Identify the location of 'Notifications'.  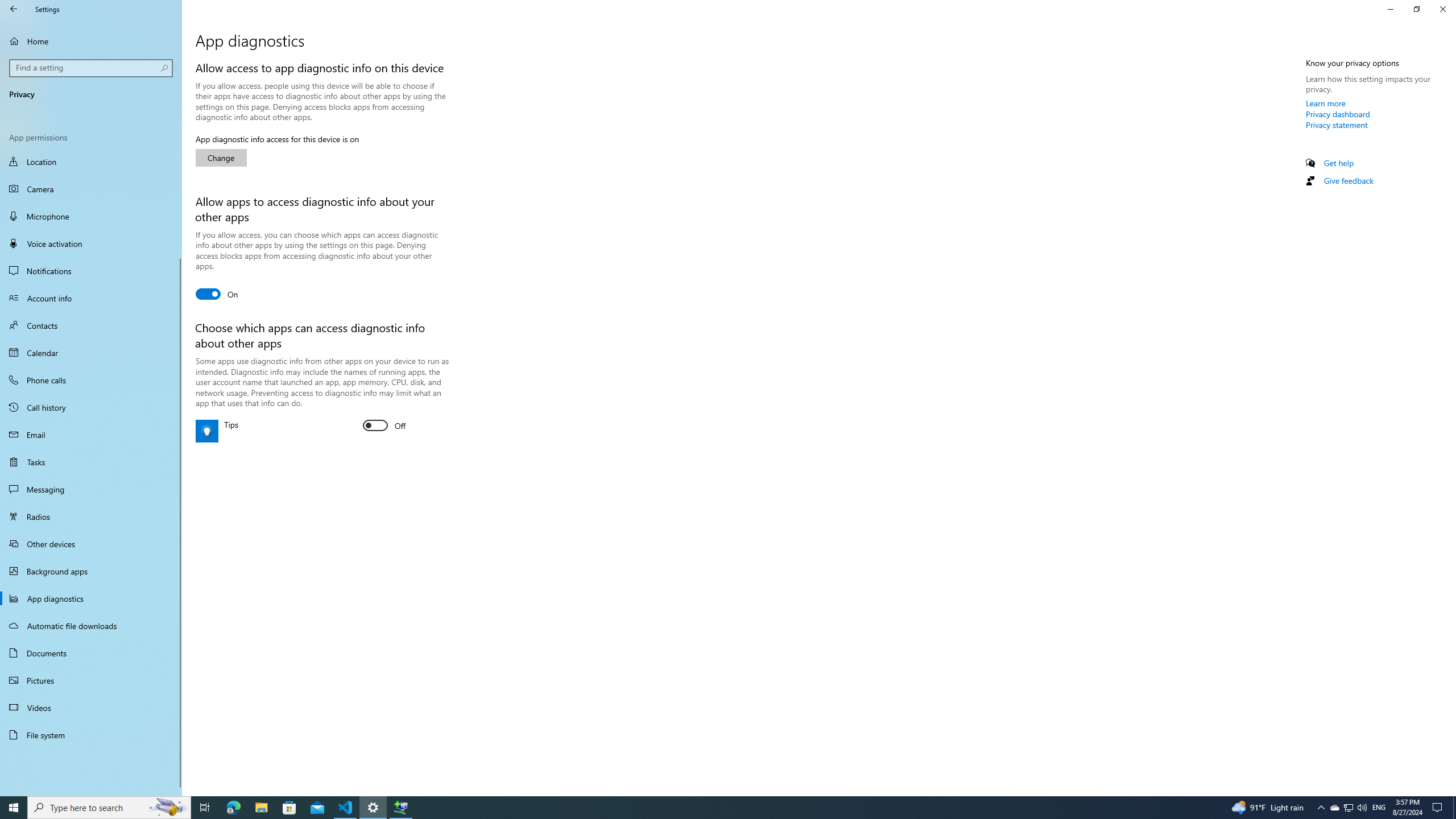
(90, 270).